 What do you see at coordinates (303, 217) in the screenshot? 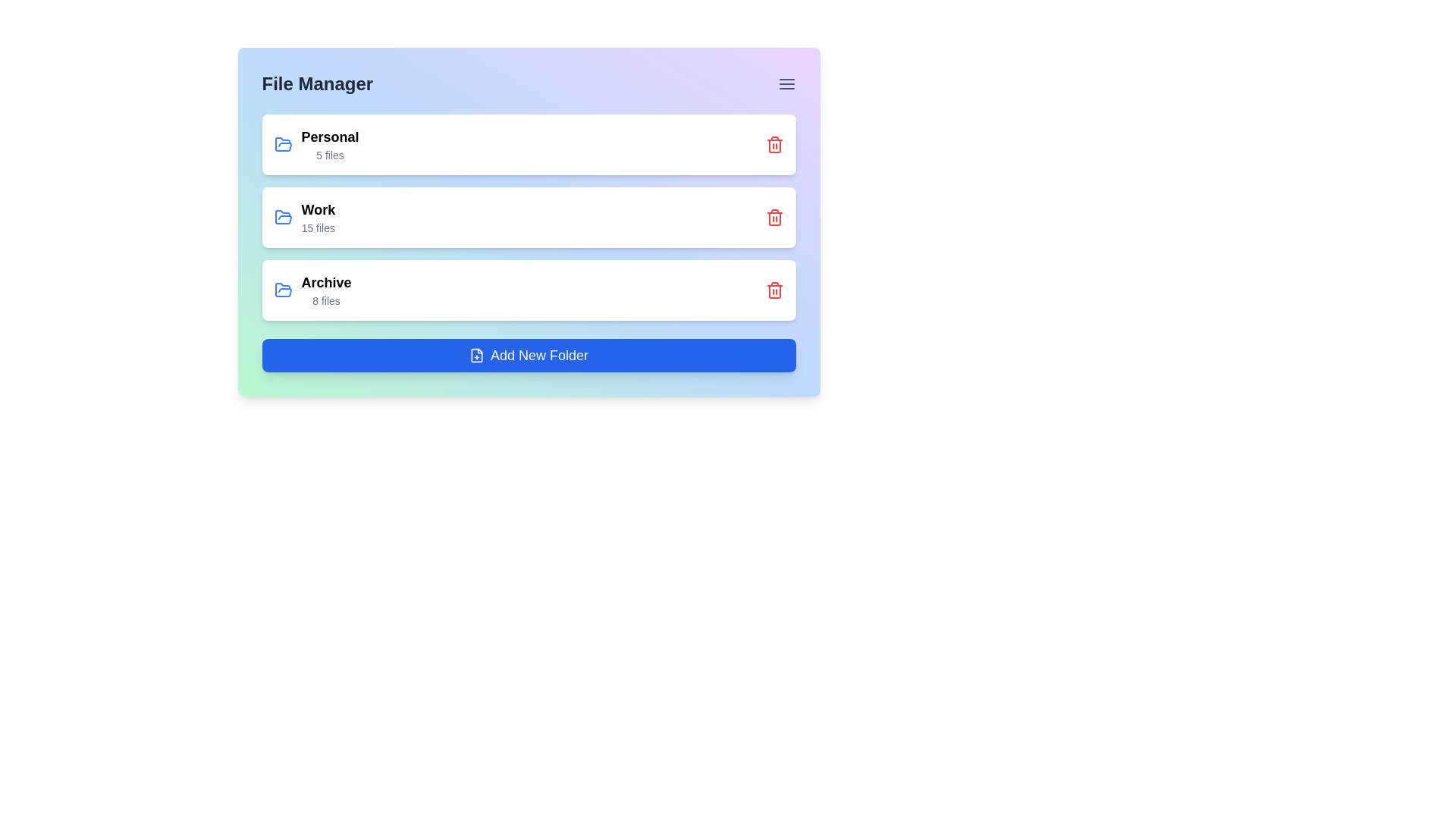
I see `the folder labeled Work to view its details` at bounding box center [303, 217].